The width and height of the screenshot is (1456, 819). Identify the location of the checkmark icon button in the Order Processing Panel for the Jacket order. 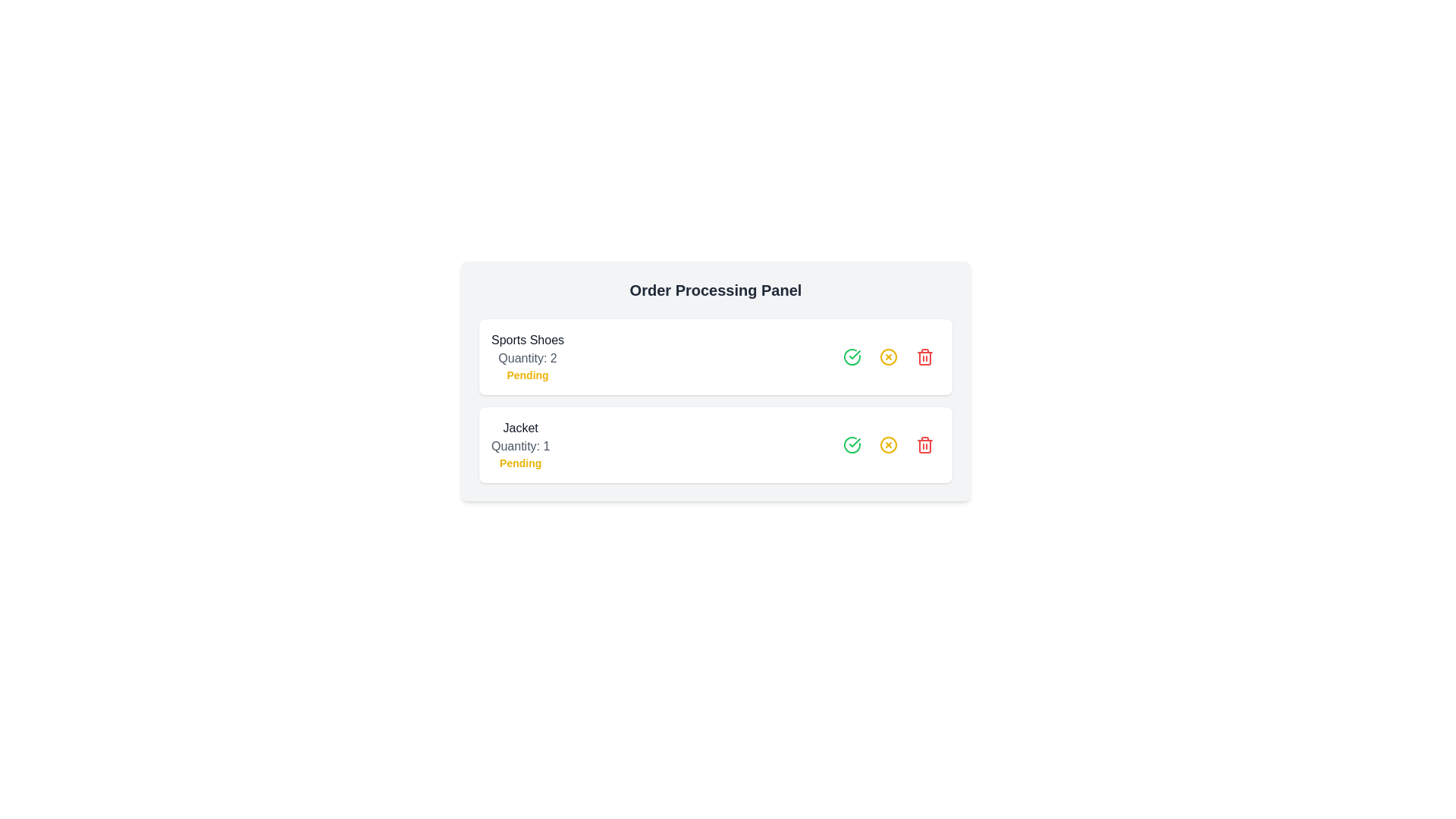
(855, 354).